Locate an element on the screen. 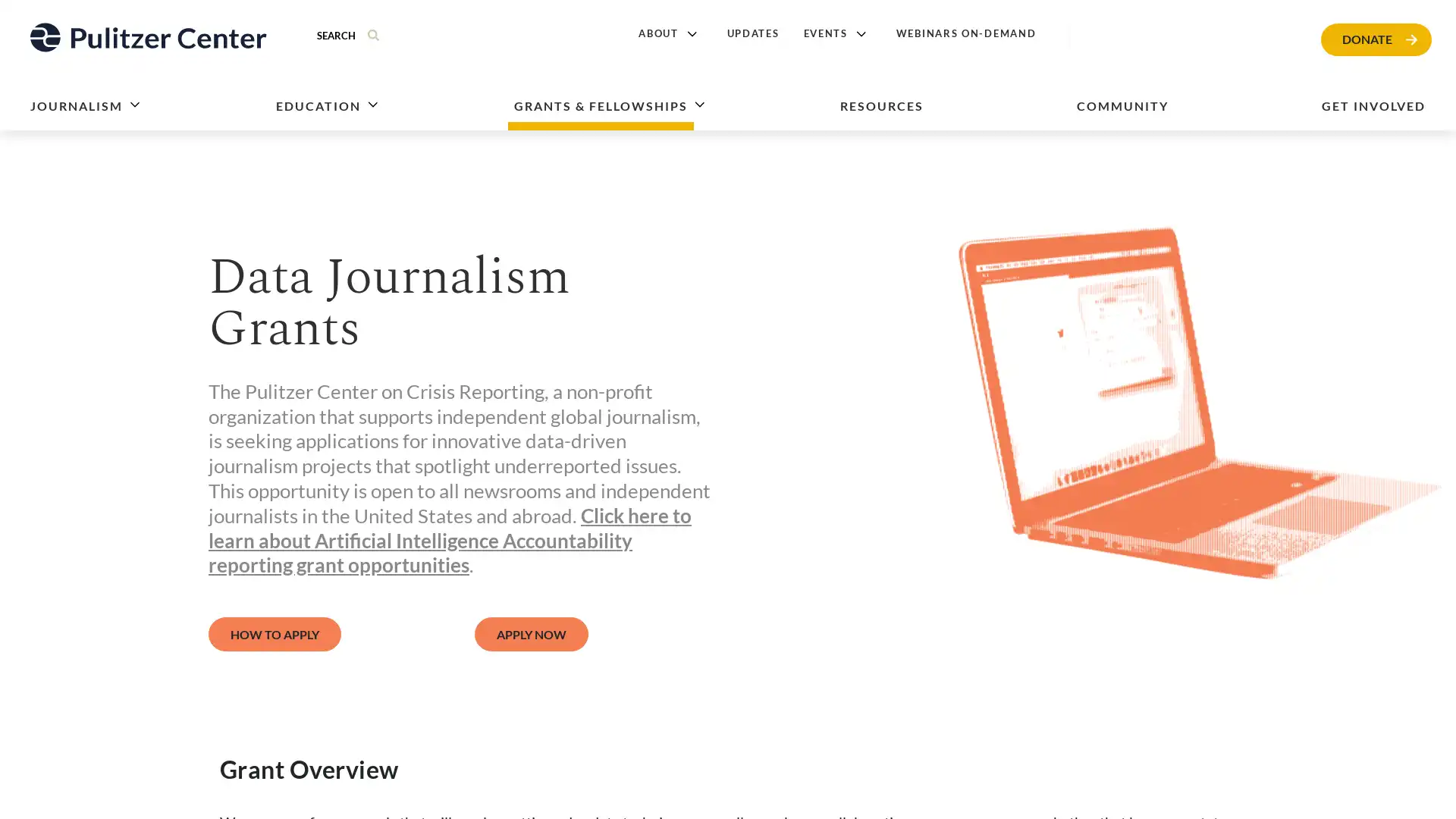 The image size is (1456, 819). Sign Up For Our Newsletter is located at coordinates (585, 371).